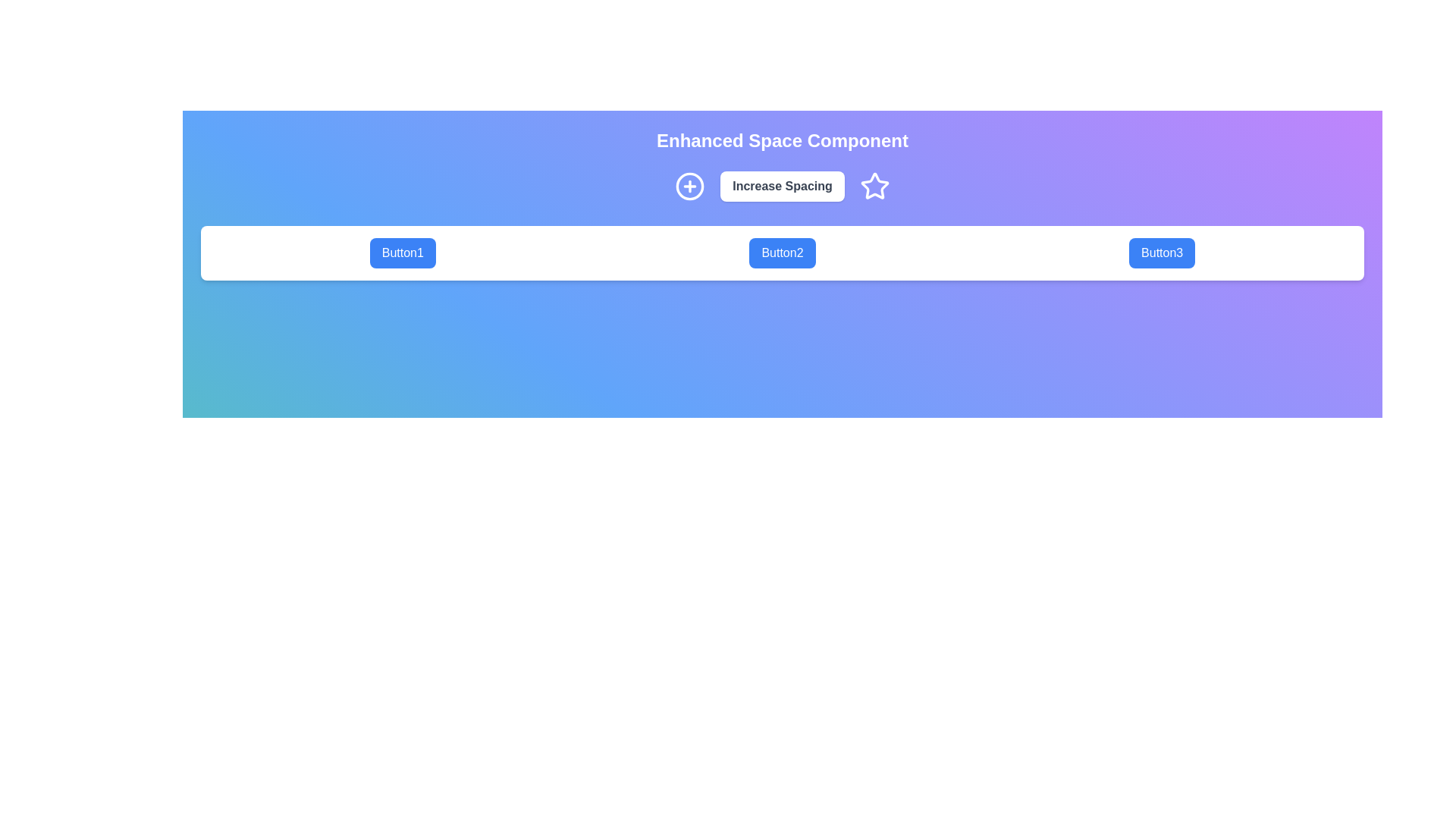  I want to click on the rectangular button labeled 'Button1' with a blue background, so click(403, 253).